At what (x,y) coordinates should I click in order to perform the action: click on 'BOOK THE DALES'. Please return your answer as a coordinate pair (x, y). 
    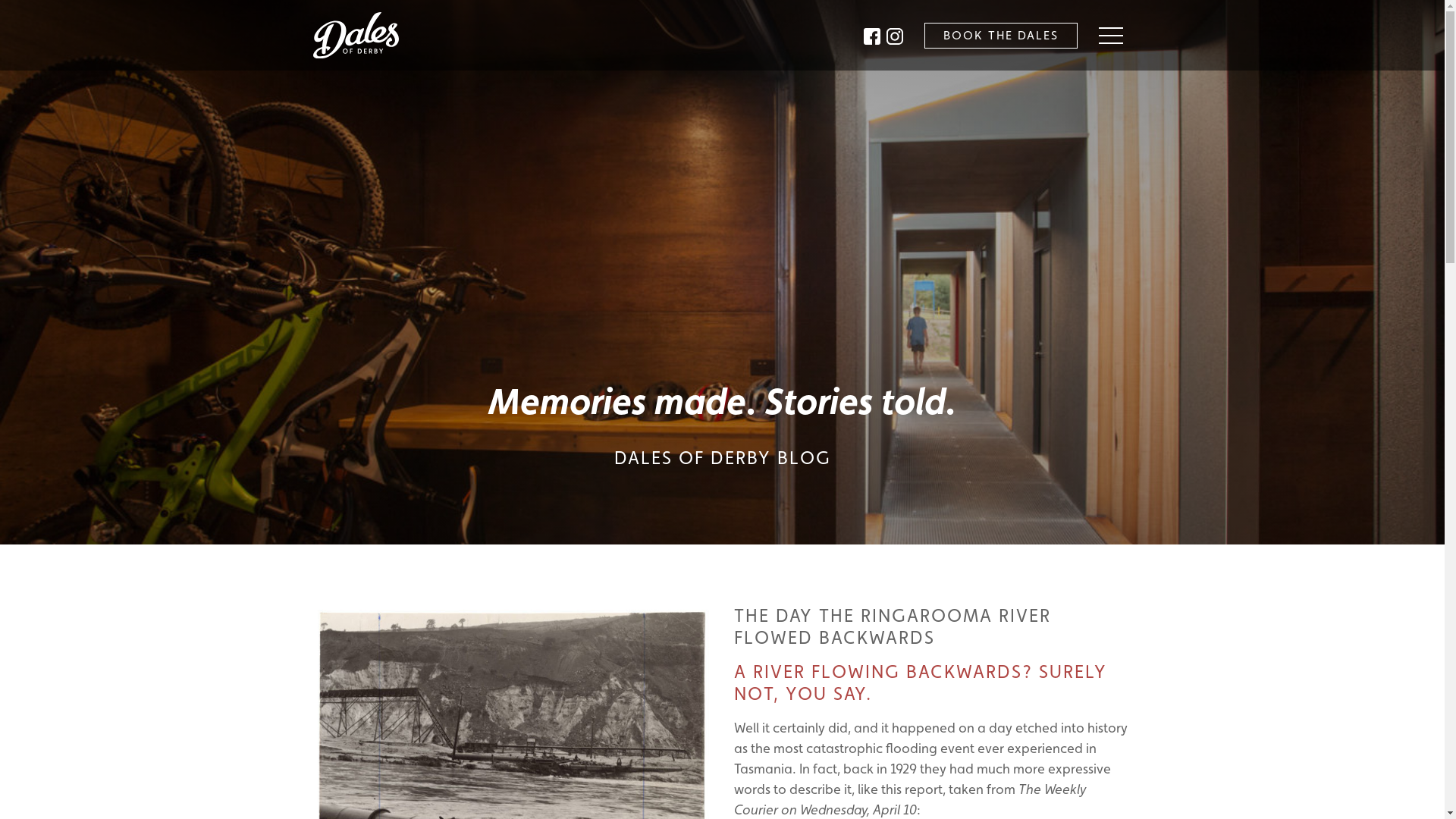
    Looking at the image, I should click on (1000, 34).